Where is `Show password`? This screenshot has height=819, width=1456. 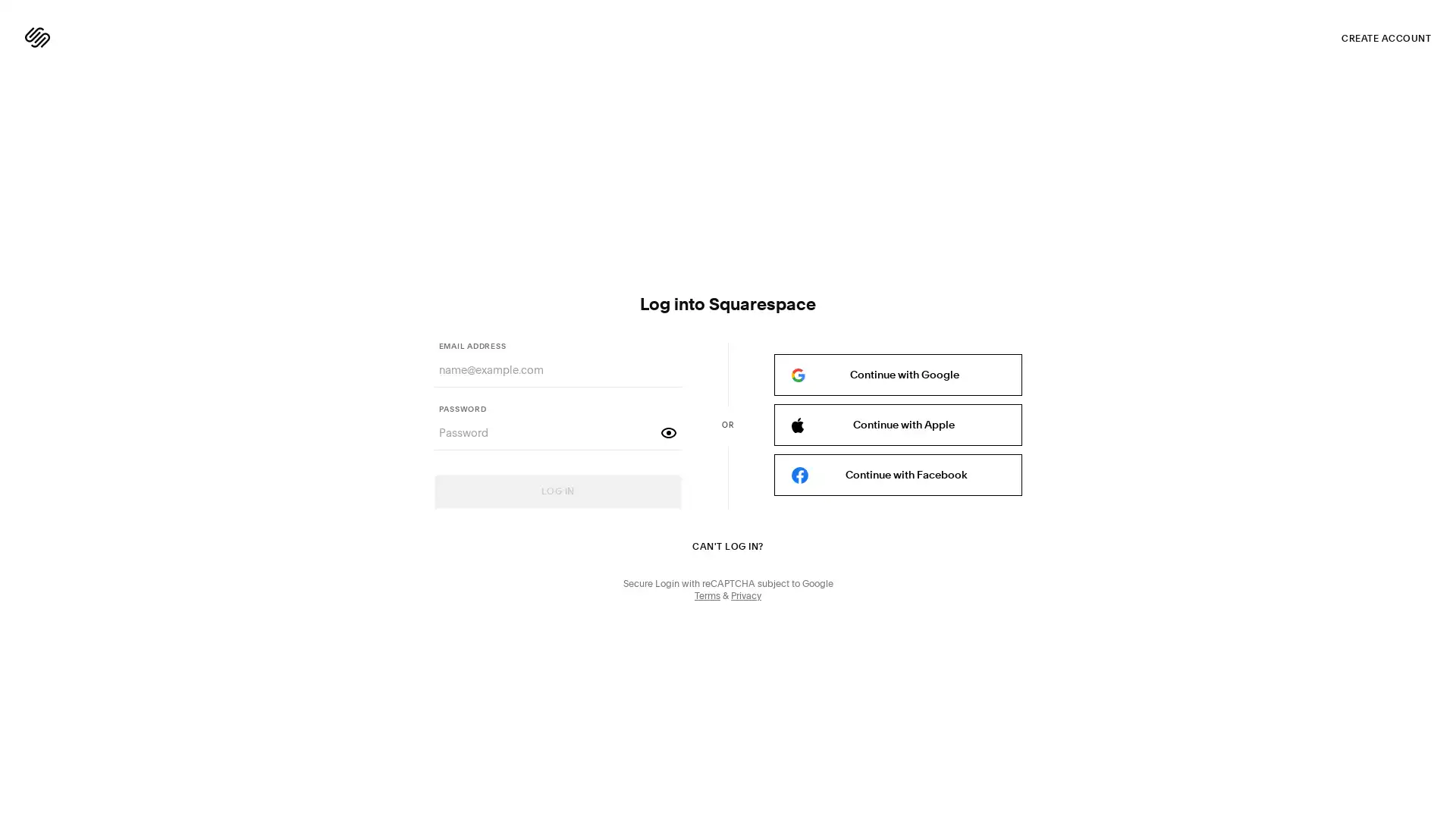
Show password is located at coordinates (668, 432).